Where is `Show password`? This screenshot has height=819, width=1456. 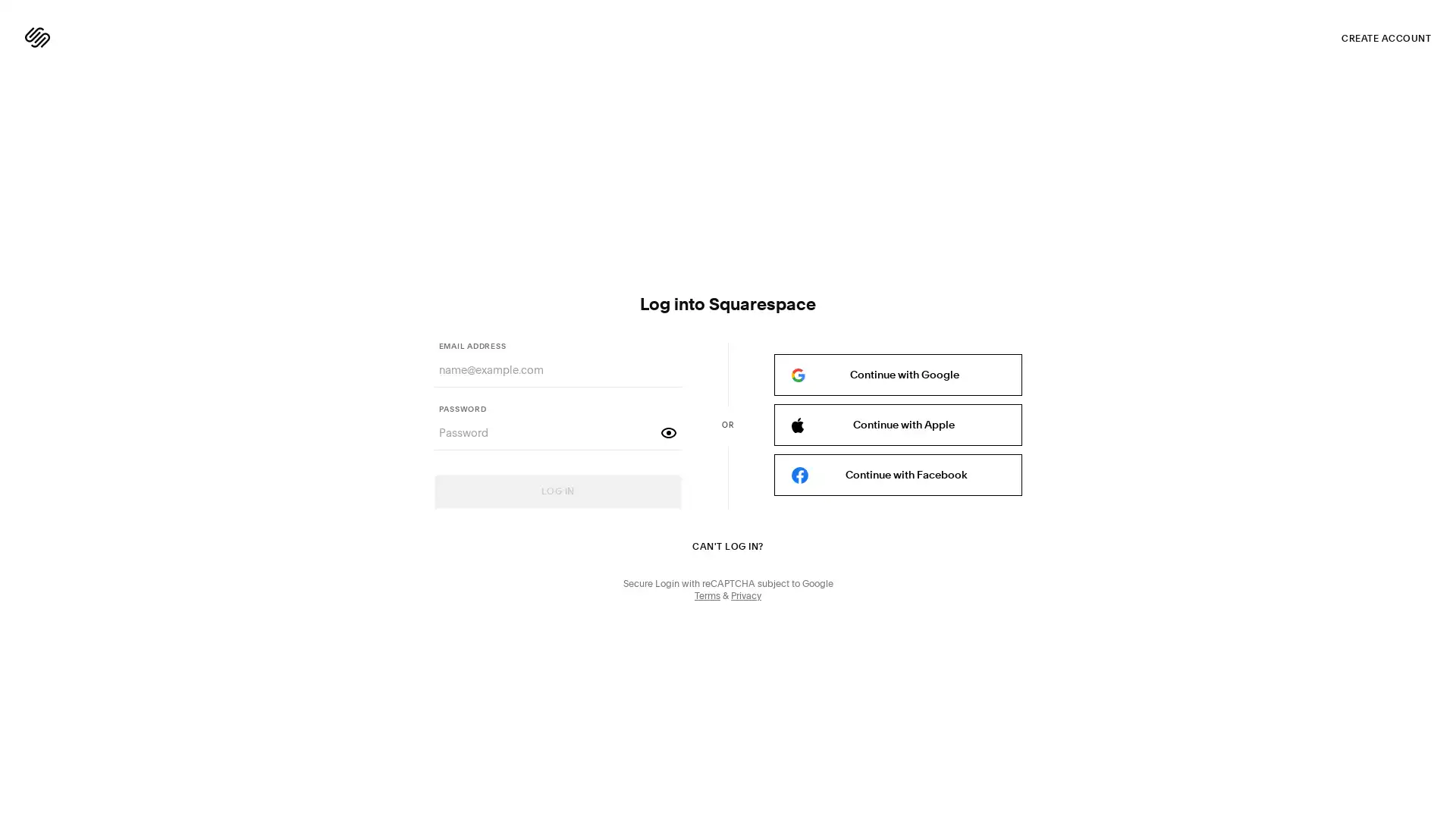
Show password is located at coordinates (668, 432).